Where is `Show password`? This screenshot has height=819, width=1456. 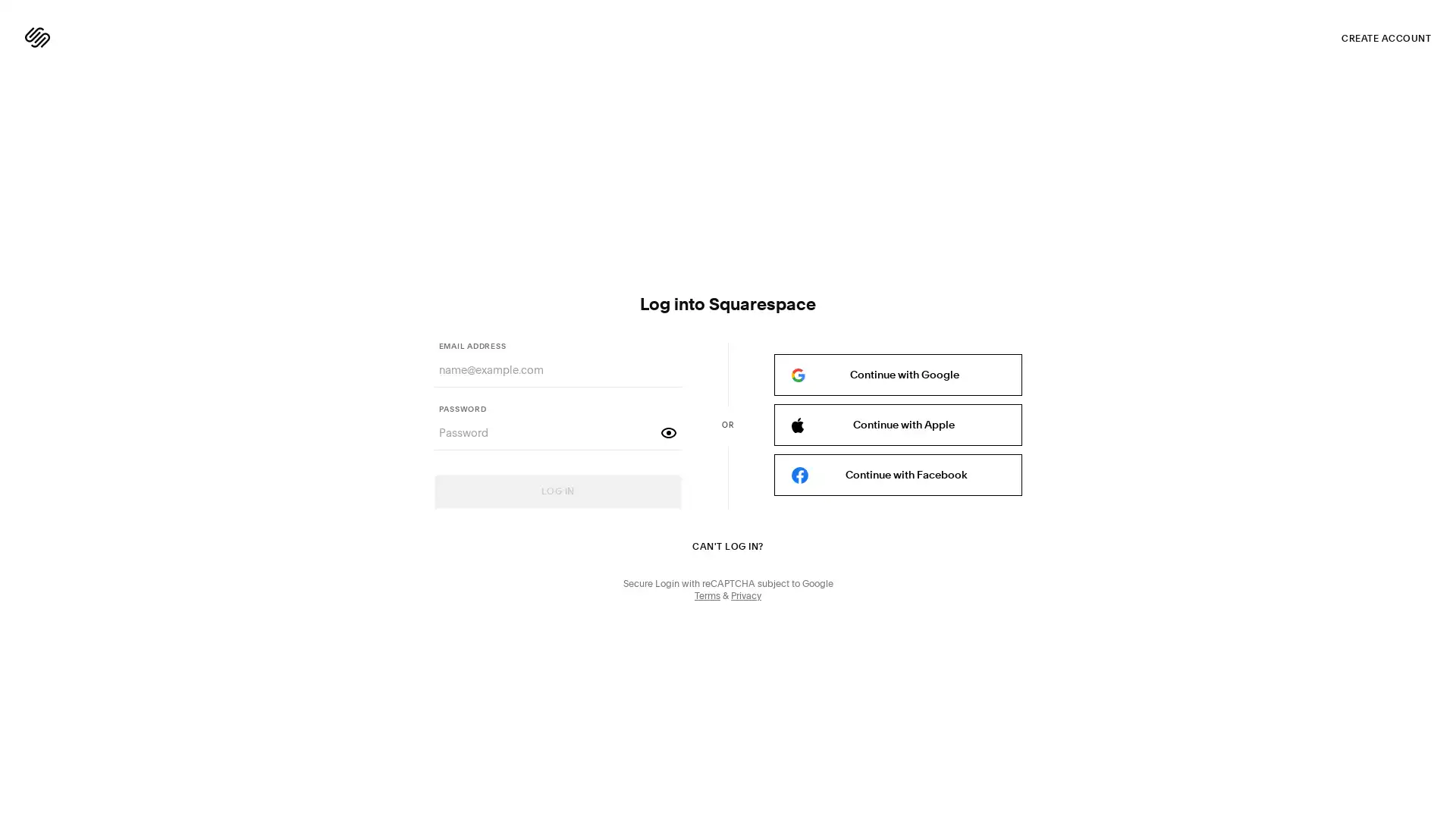
Show password is located at coordinates (668, 432).